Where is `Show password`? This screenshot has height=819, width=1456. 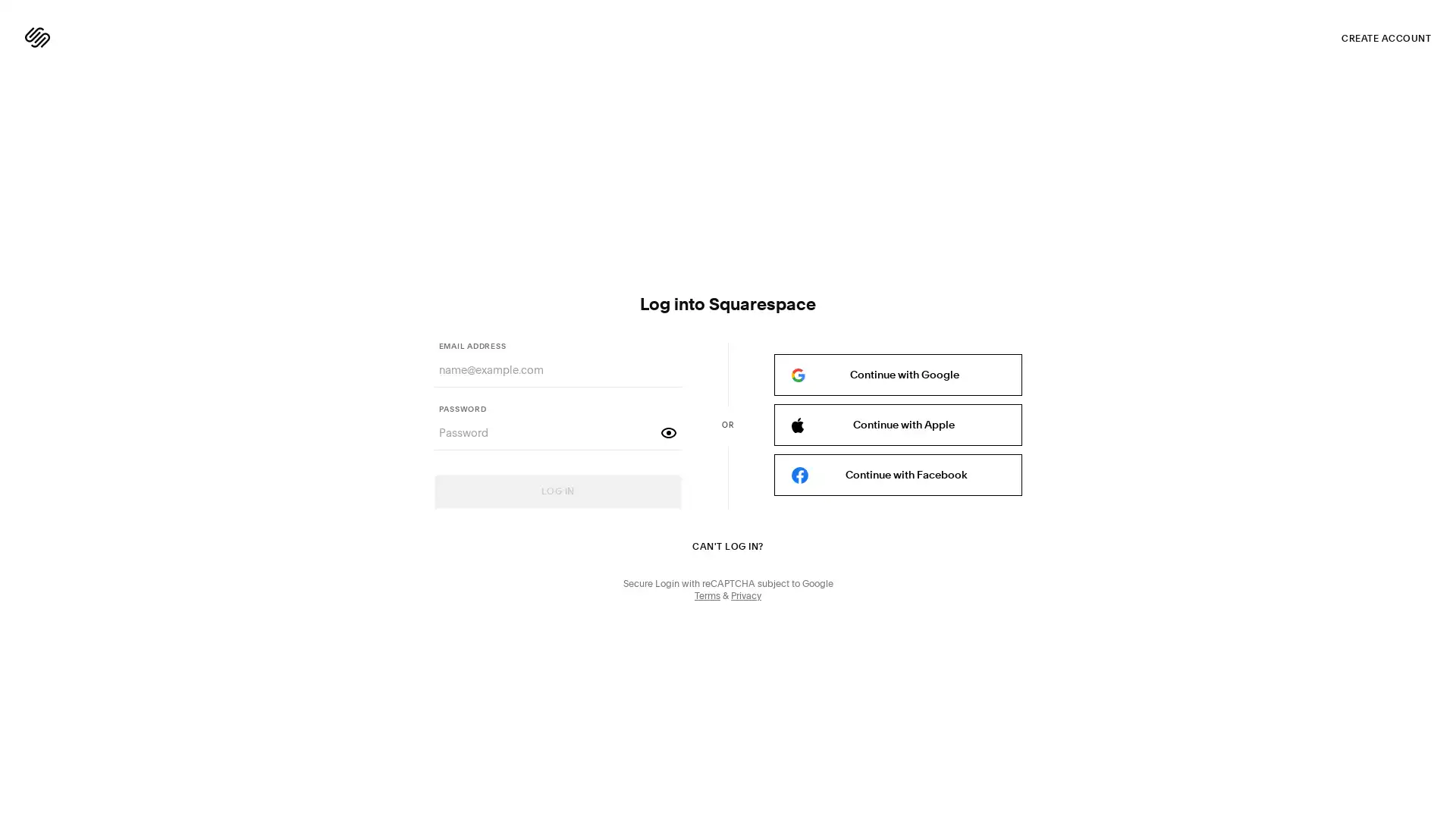
Show password is located at coordinates (668, 432).